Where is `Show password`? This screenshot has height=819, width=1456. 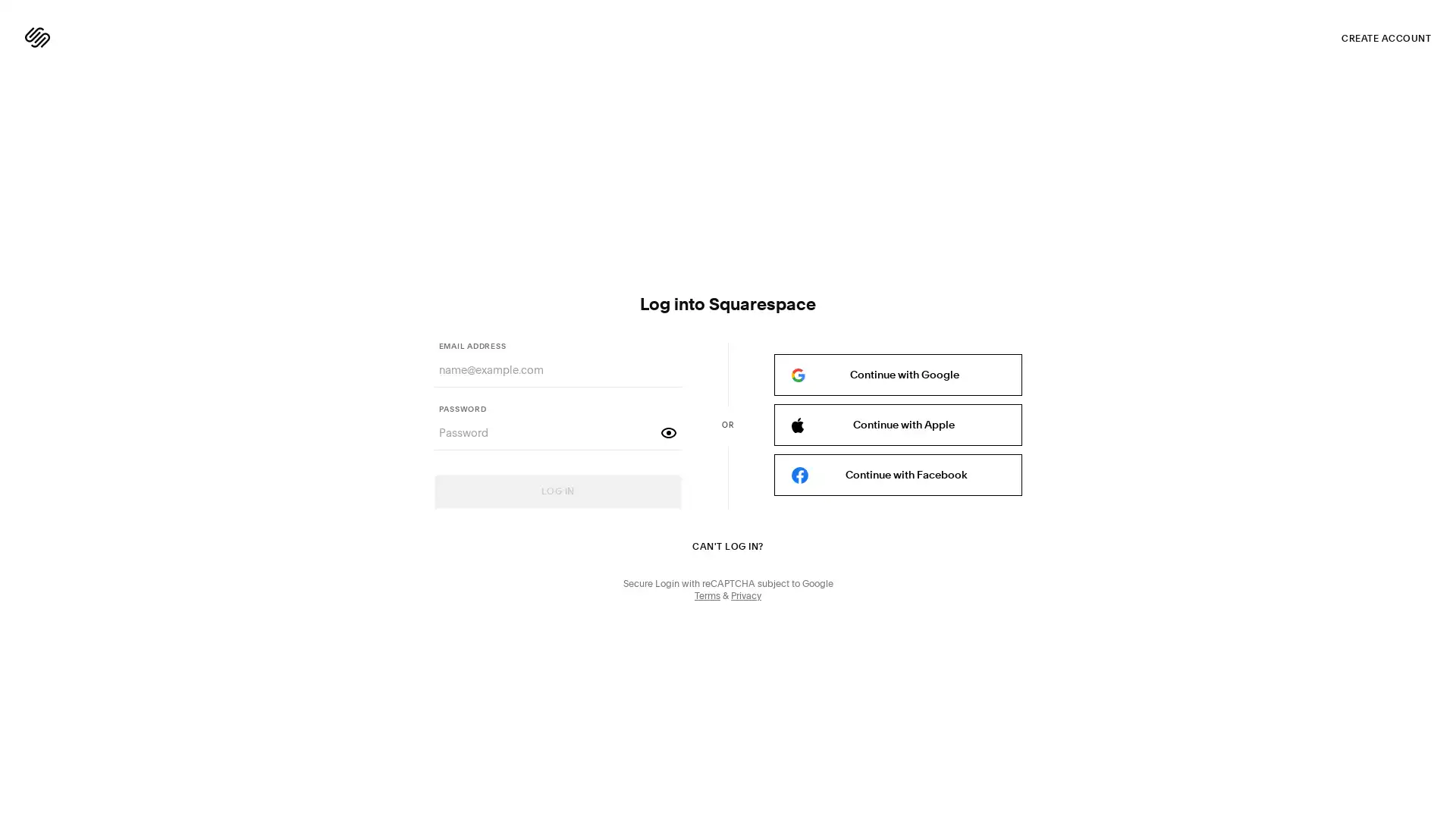
Show password is located at coordinates (668, 432).